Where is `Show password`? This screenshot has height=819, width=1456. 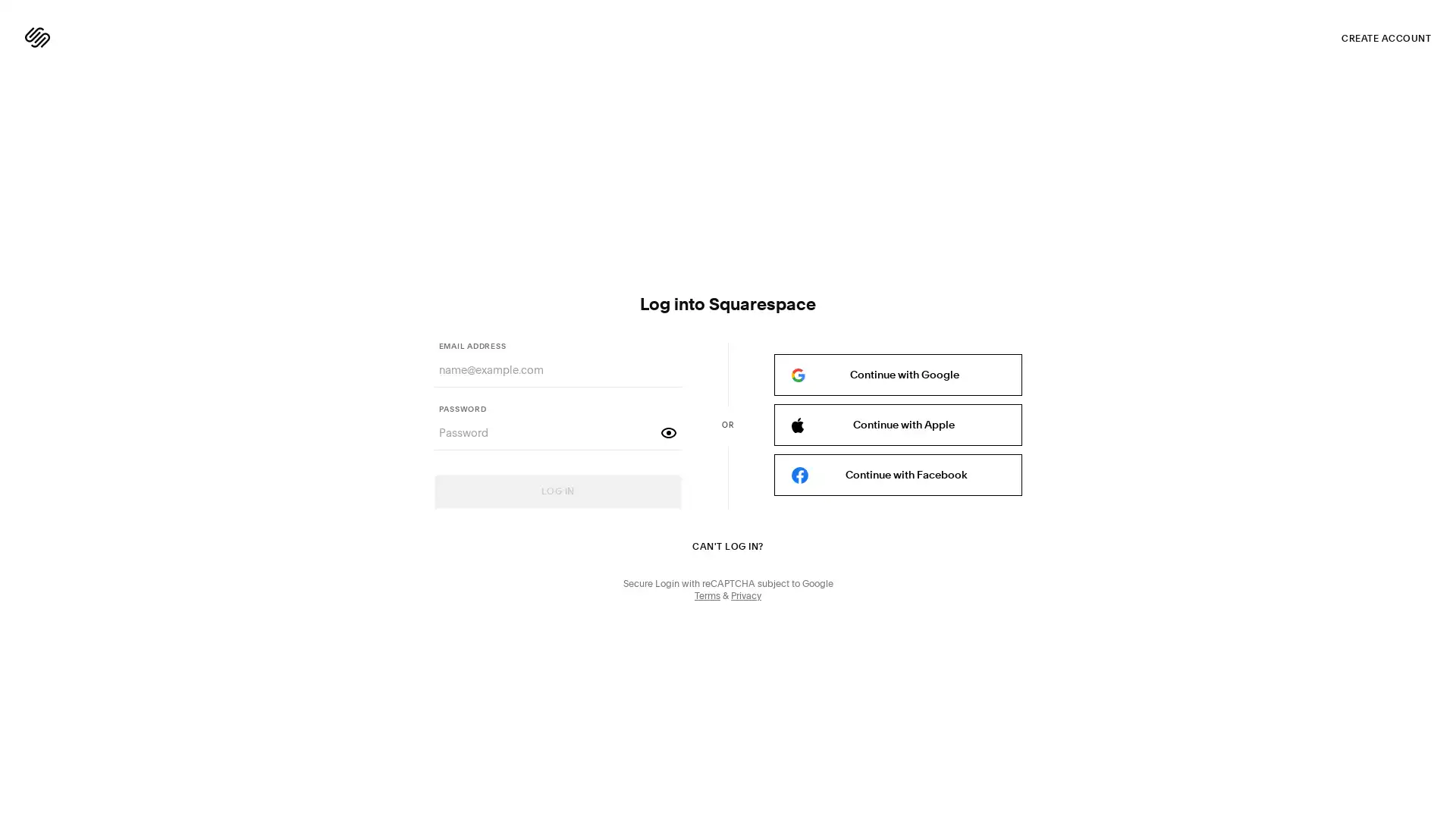
Show password is located at coordinates (668, 432).